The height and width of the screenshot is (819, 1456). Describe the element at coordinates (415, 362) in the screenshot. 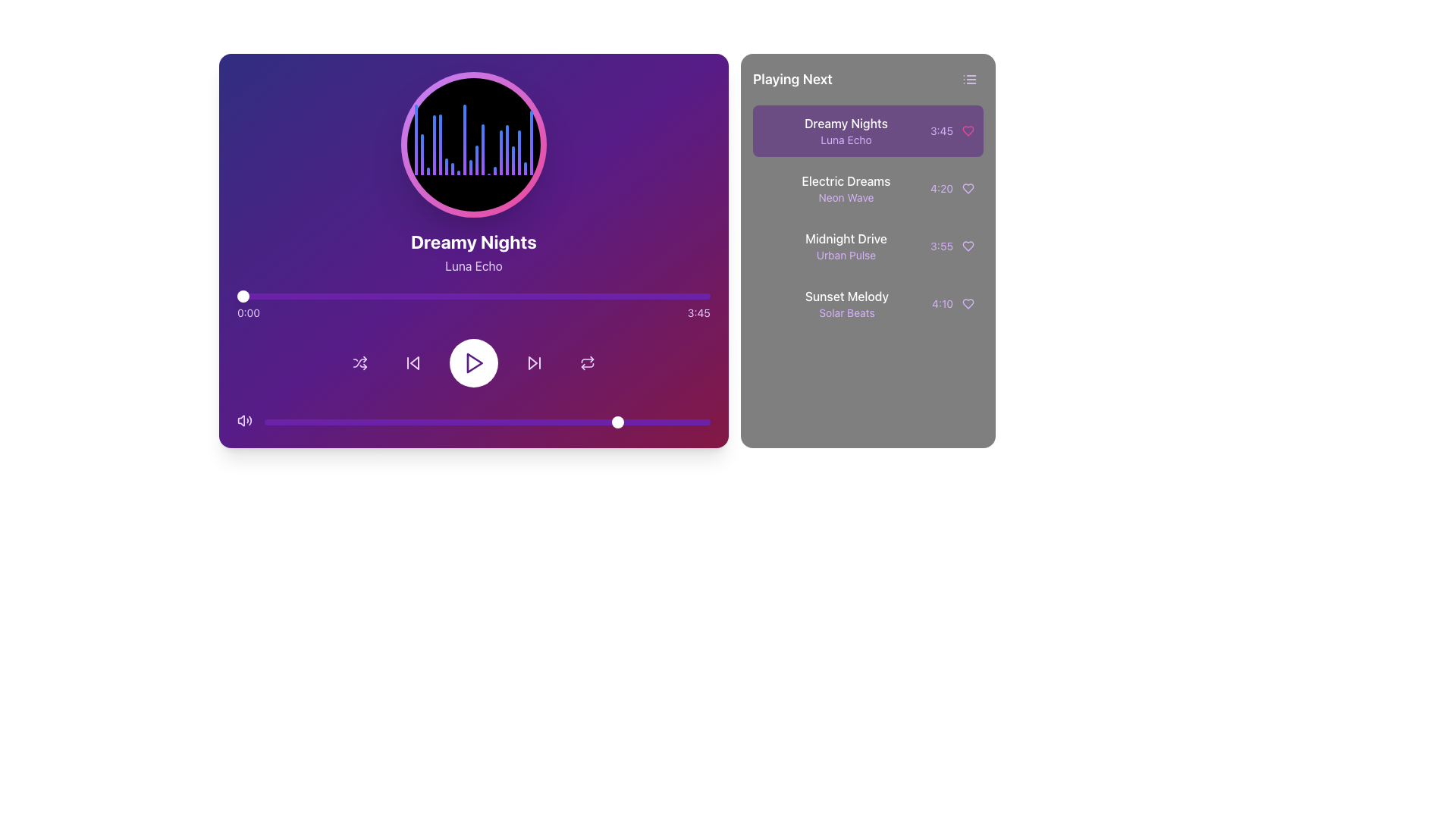

I see `the skip backward button in the media player interface` at that location.